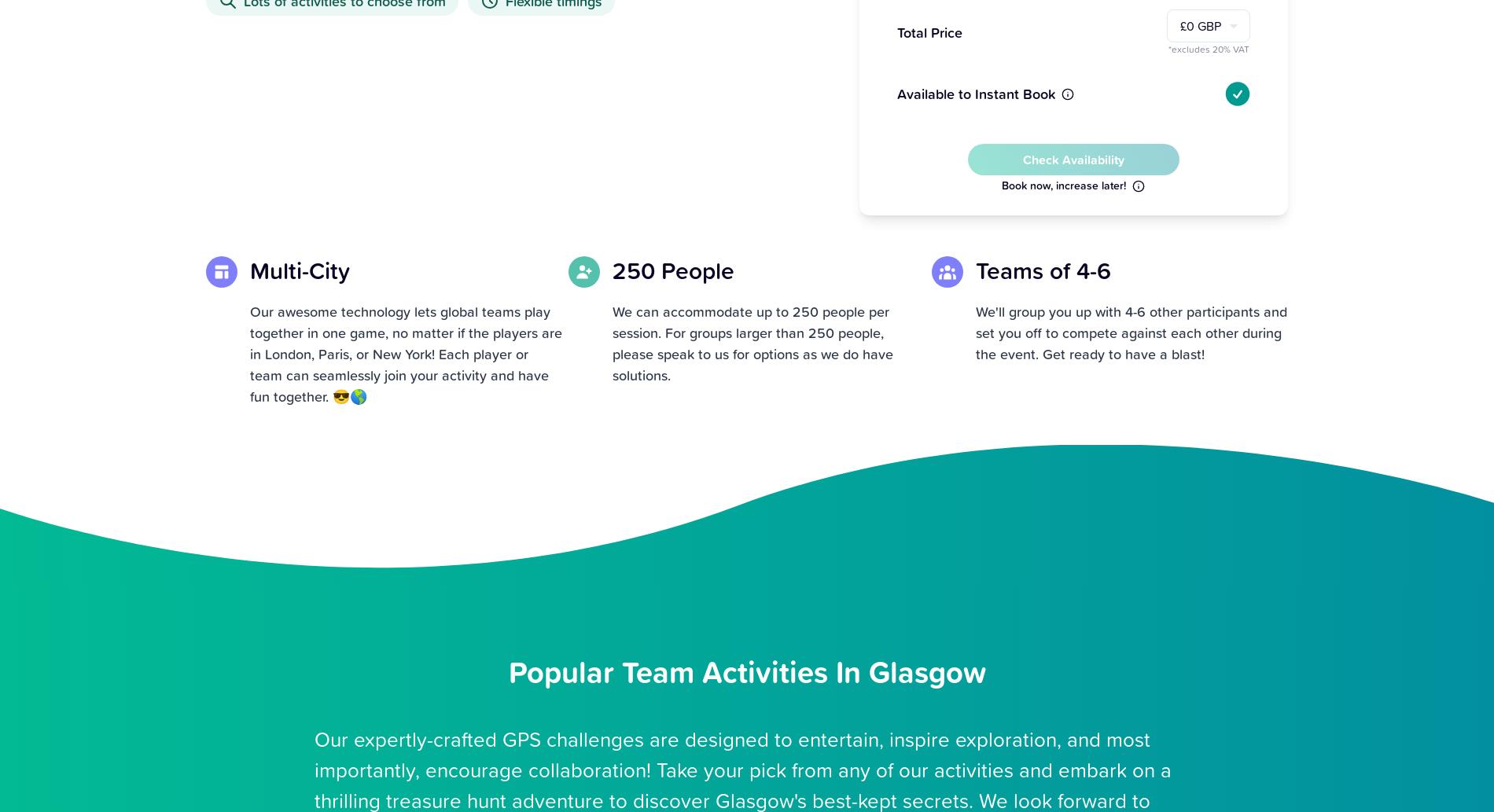 Image resolution: width=1494 pixels, height=812 pixels. What do you see at coordinates (896, 32) in the screenshot?
I see `'Total Price'` at bounding box center [896, 32].